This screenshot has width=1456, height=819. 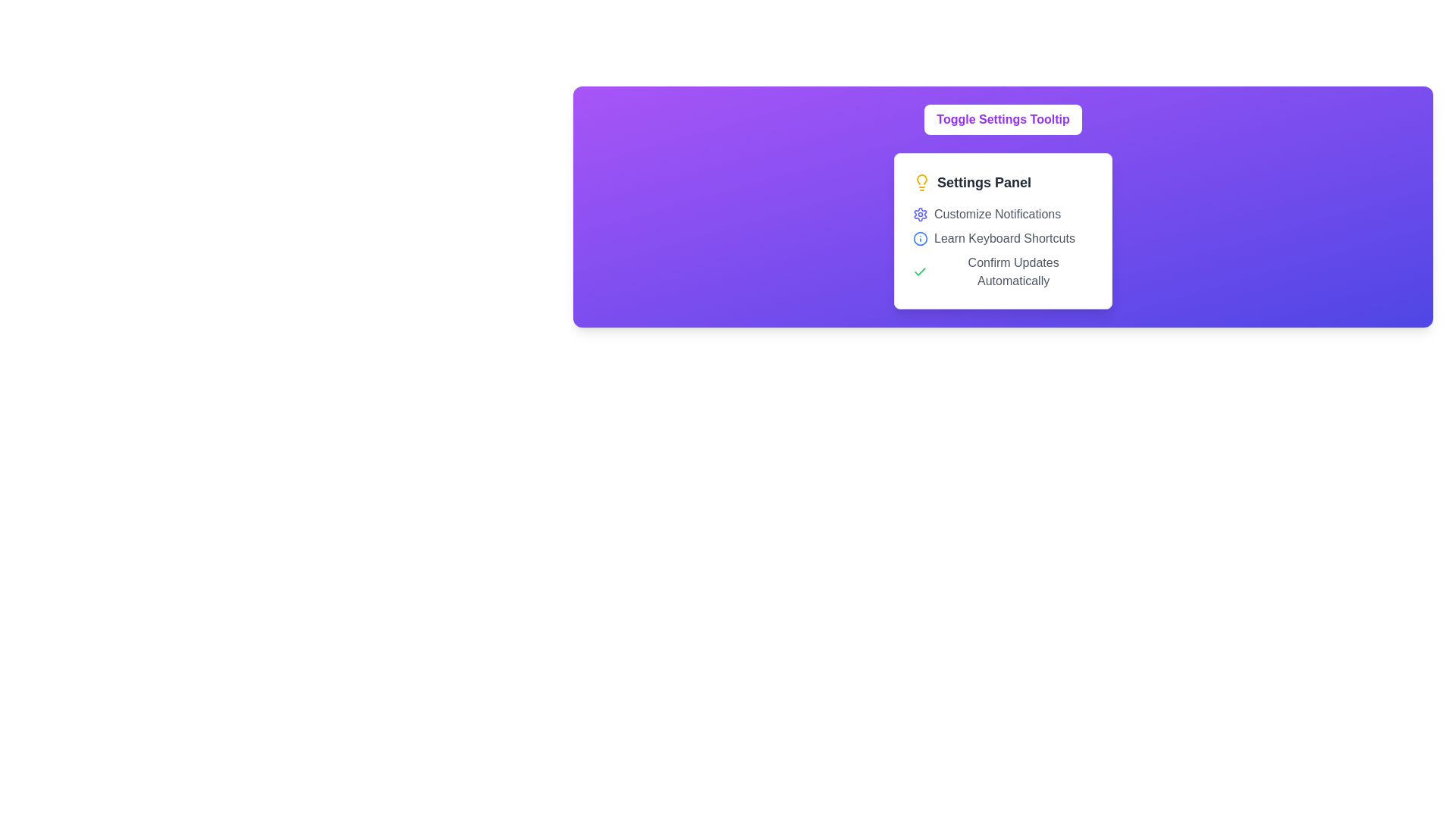 What do you see at coordinates (1003, 271) in the screenshot?
I see `the static text label with a checkmark icon that indicates an active or completed state, located as the third item in the settings panel list, below 'Learn Keyboard Shortcuts'` at bounding box center [1003, 271].